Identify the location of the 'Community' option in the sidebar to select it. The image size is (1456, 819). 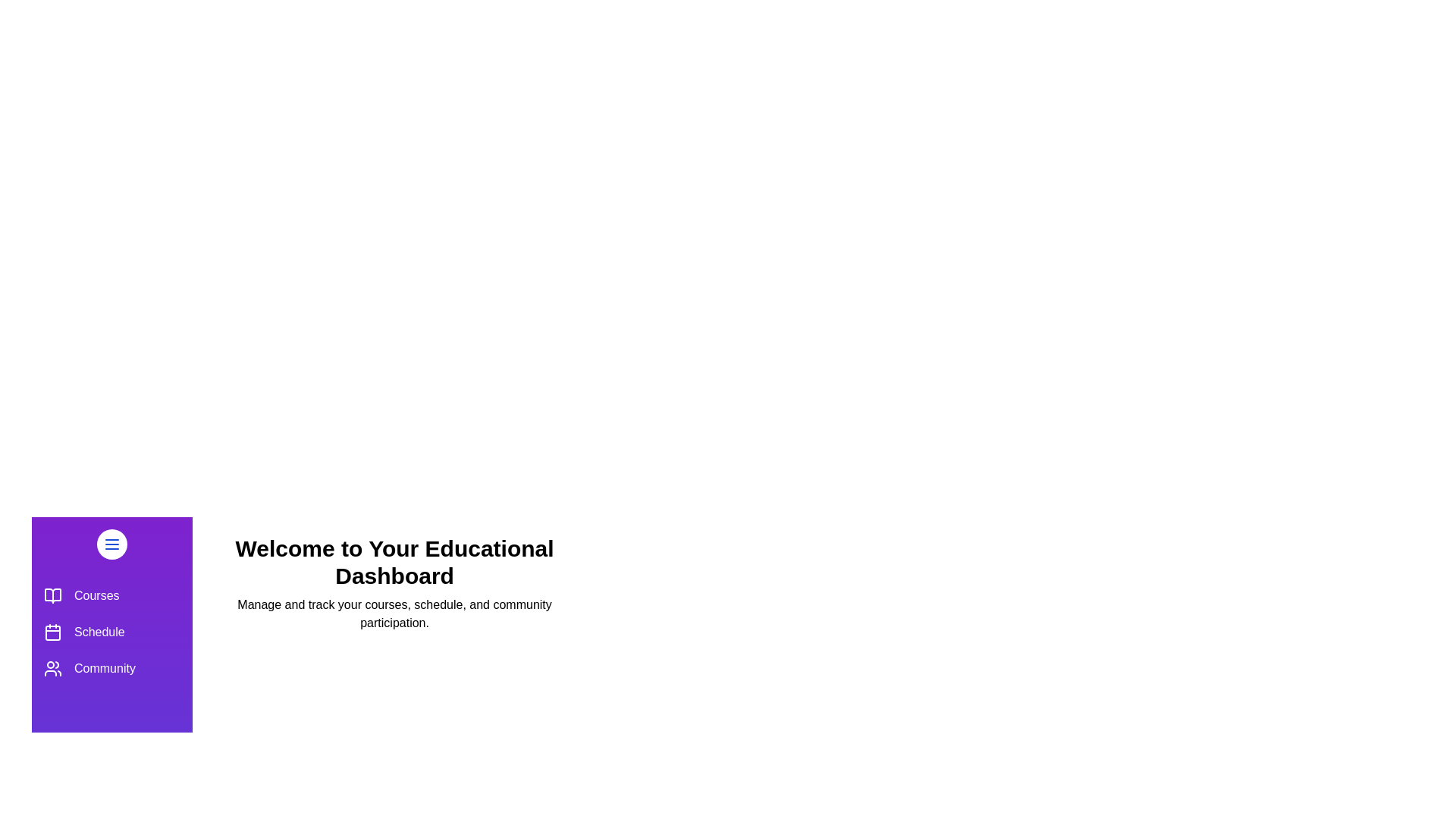
(111, 668).